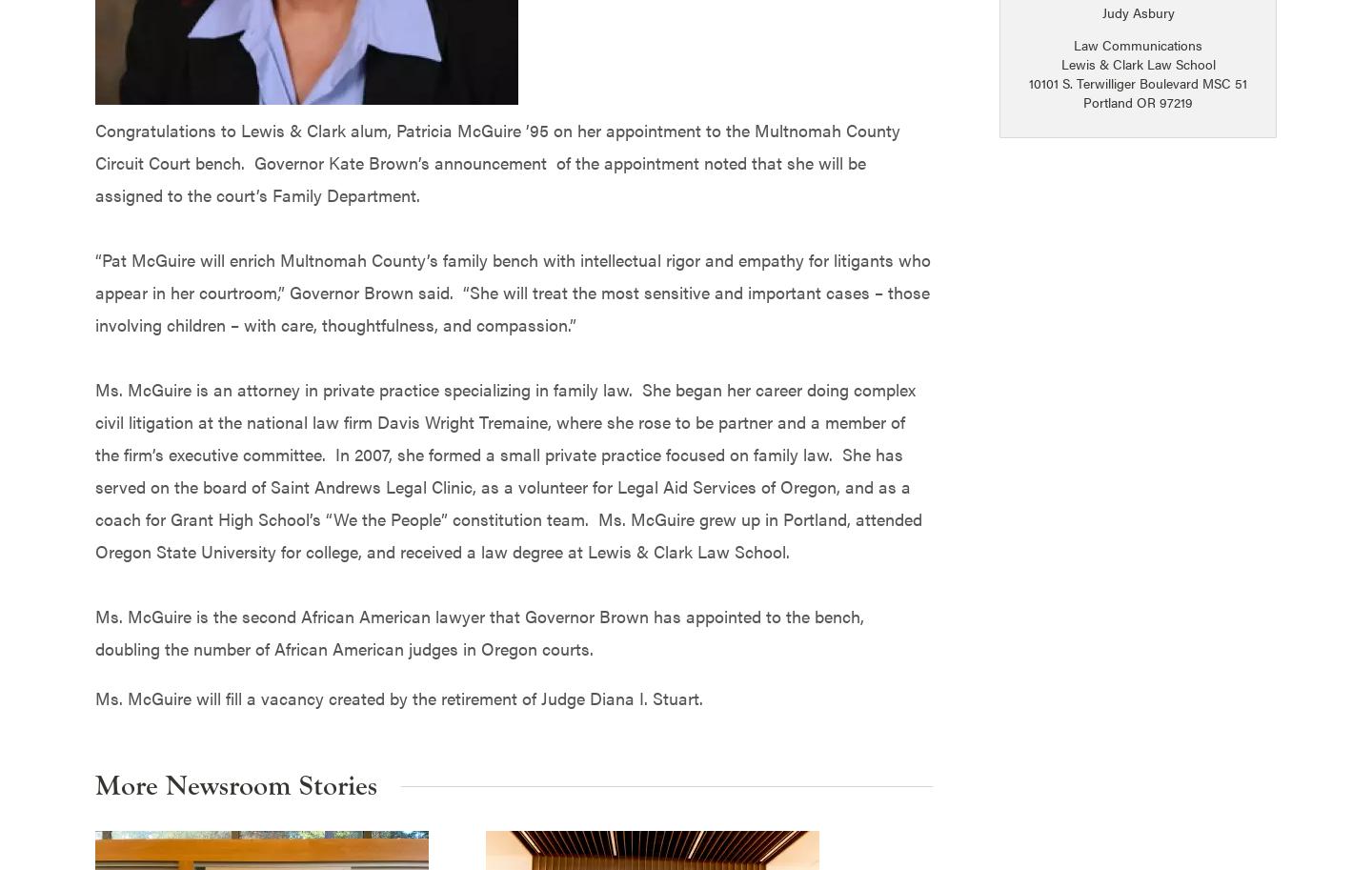 The image size is (1372, 870). I want to click on '10101 S. Terwilliger Boulevard', so click(1116, 82).